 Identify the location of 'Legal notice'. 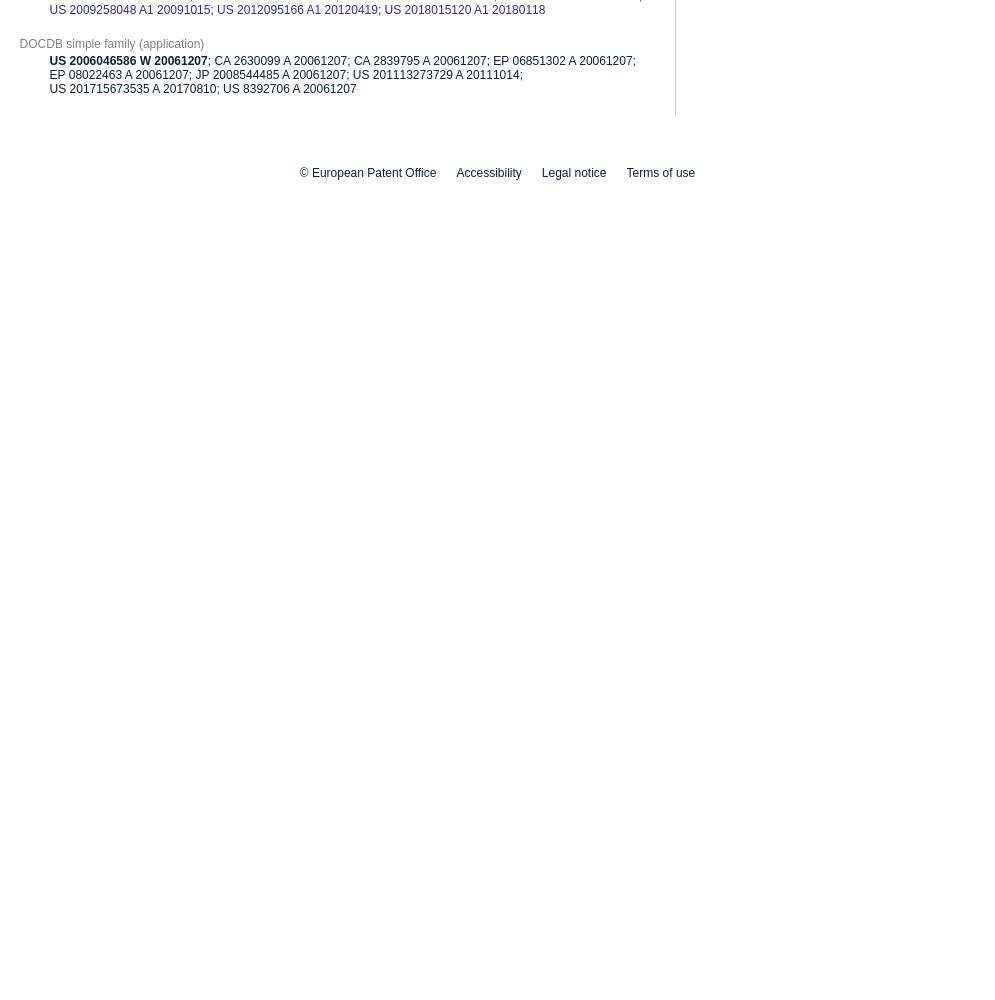
(540, 172).